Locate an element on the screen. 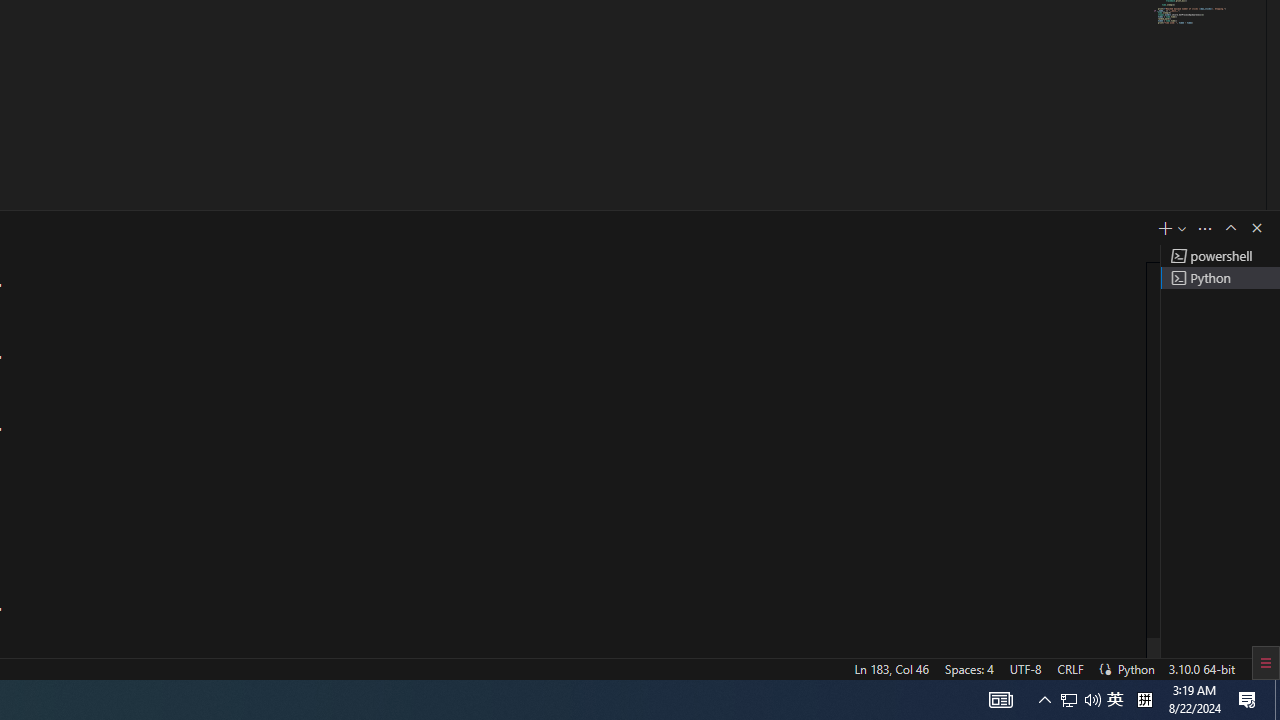 The width and height of the screenshot is (1280, 720). 'Maximize Panel Size' is located at coordinates (1229, 226).